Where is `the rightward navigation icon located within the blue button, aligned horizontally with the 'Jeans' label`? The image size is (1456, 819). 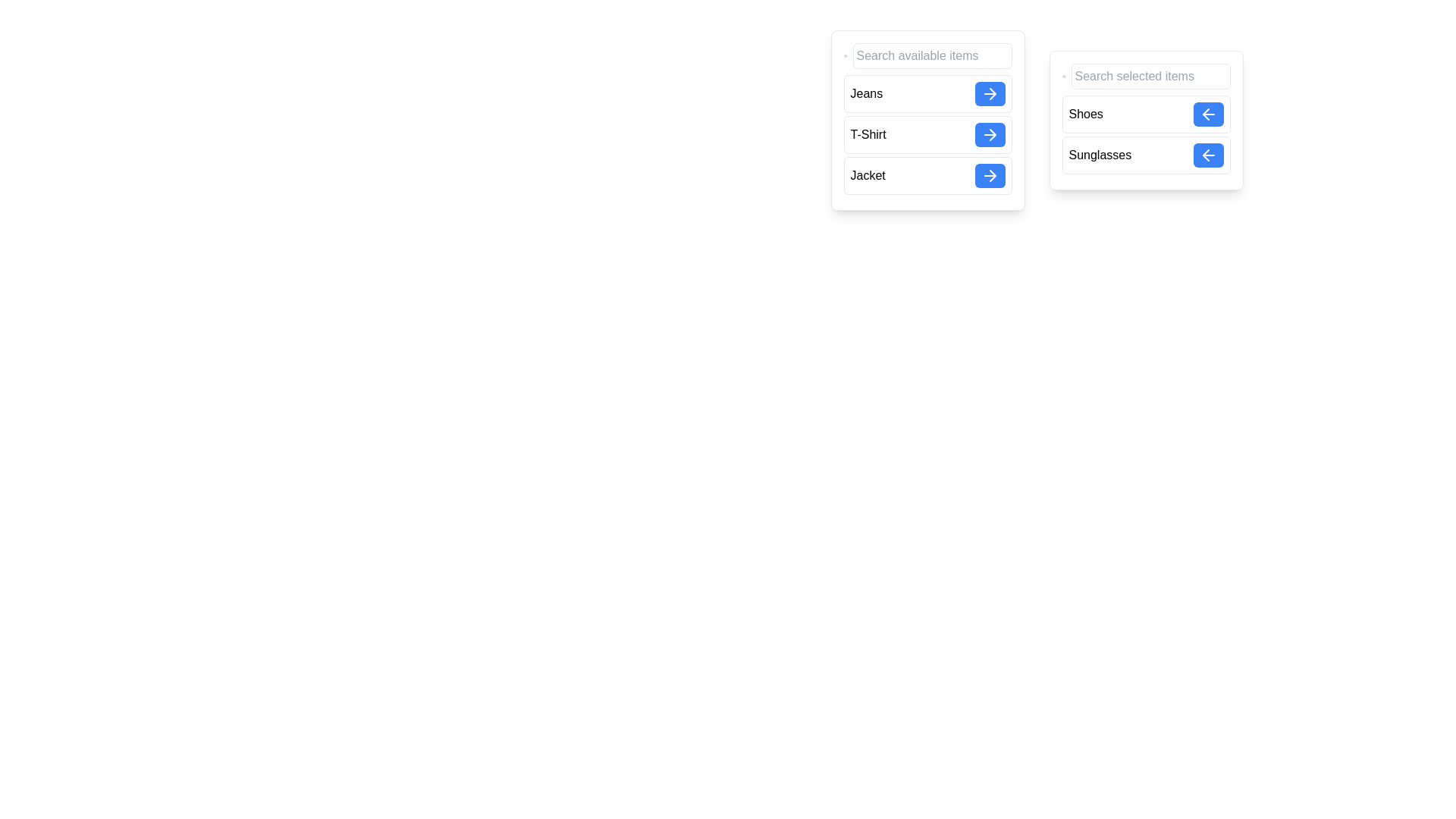
the rightward navigation icon located within the blue button, aligned horizontally with the 'Jeans' label is located at coordinates (993, 93).